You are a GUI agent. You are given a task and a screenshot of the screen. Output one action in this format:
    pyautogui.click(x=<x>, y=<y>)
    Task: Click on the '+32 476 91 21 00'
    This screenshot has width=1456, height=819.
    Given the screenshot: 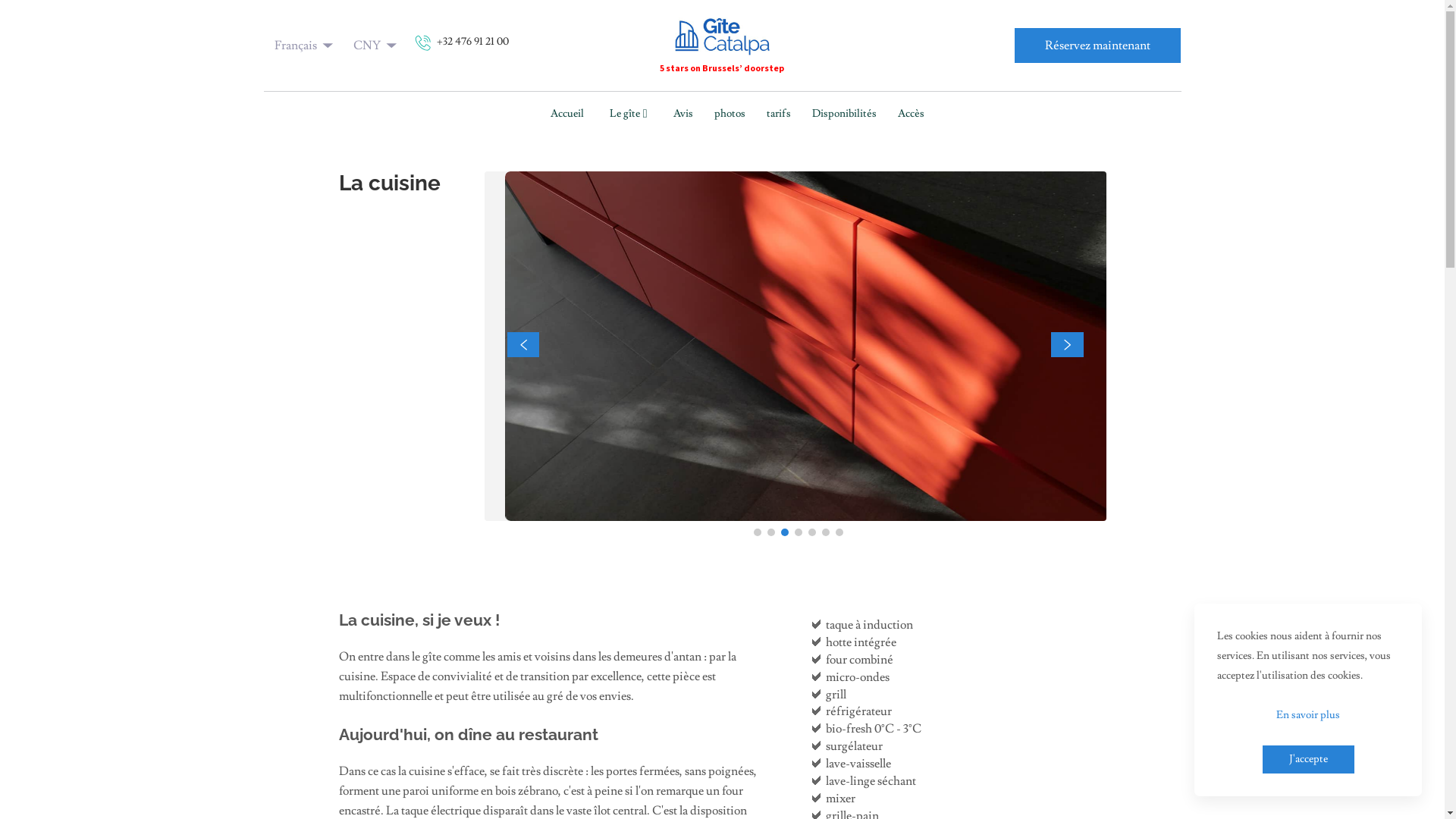 What is the action you would take?
    pyautogui.click(x=461, y=45)
    